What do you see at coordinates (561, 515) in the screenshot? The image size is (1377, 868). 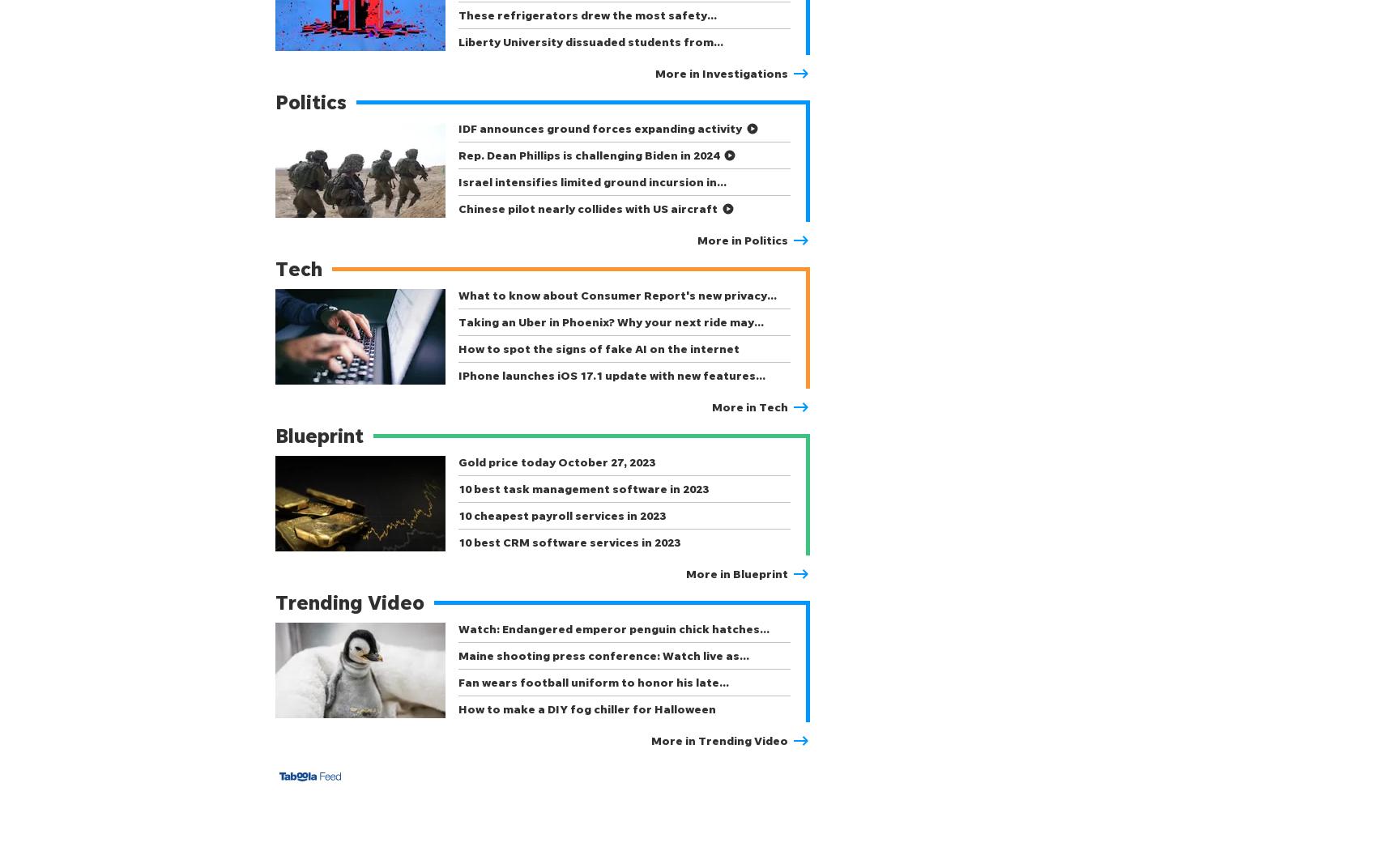 I see `'10 cheapest payroll services in 2023'` at bounding box center [561, 515].